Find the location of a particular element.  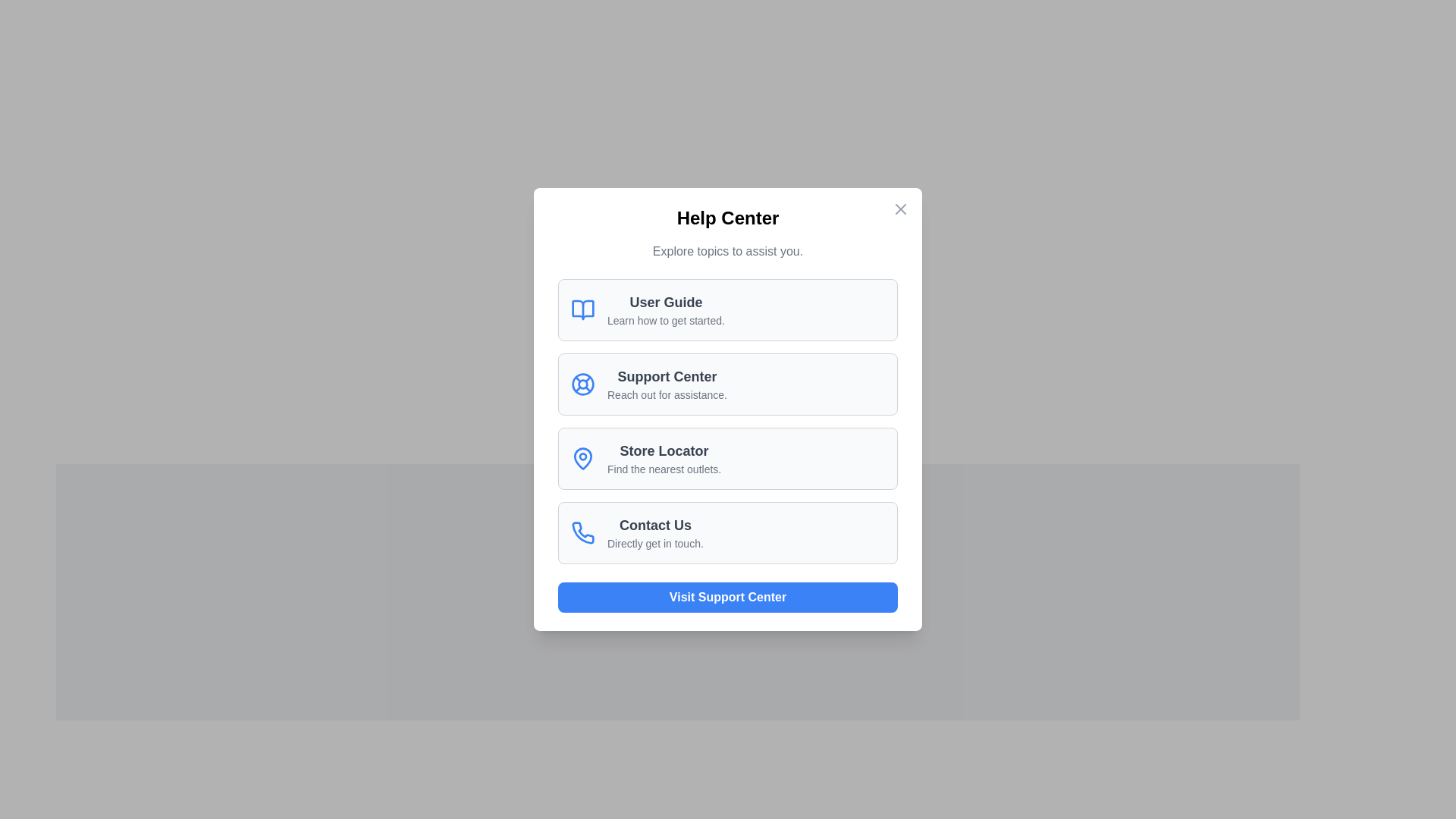

the 'Store Locator' text label, which is bold and dark gray, located within the 'Help Center' interface, specifically the third option in the card-like structure is located at coordinates (664, 450).